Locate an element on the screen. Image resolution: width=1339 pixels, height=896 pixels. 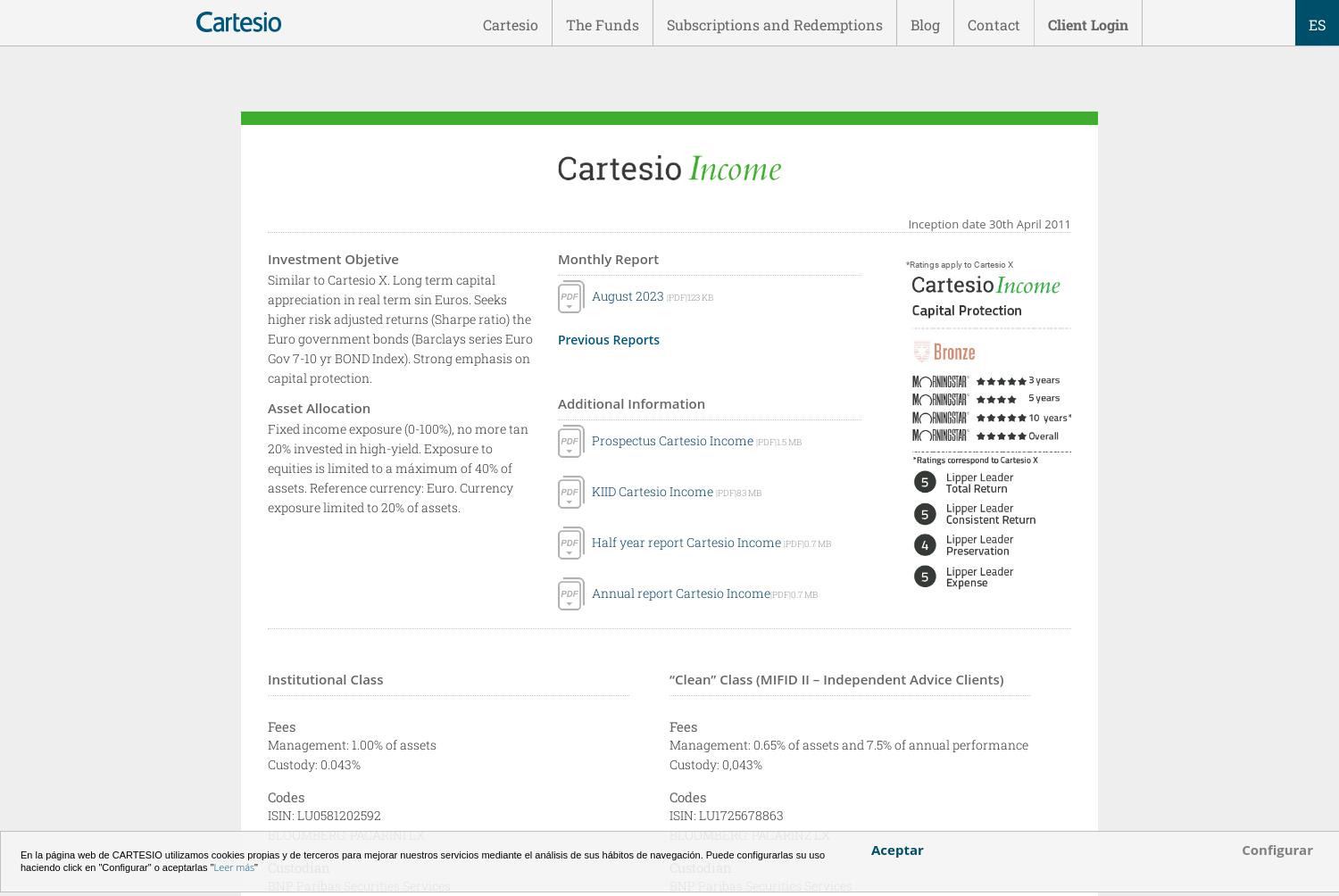
'Investment Objetive' is located at coordinates (268, 258).